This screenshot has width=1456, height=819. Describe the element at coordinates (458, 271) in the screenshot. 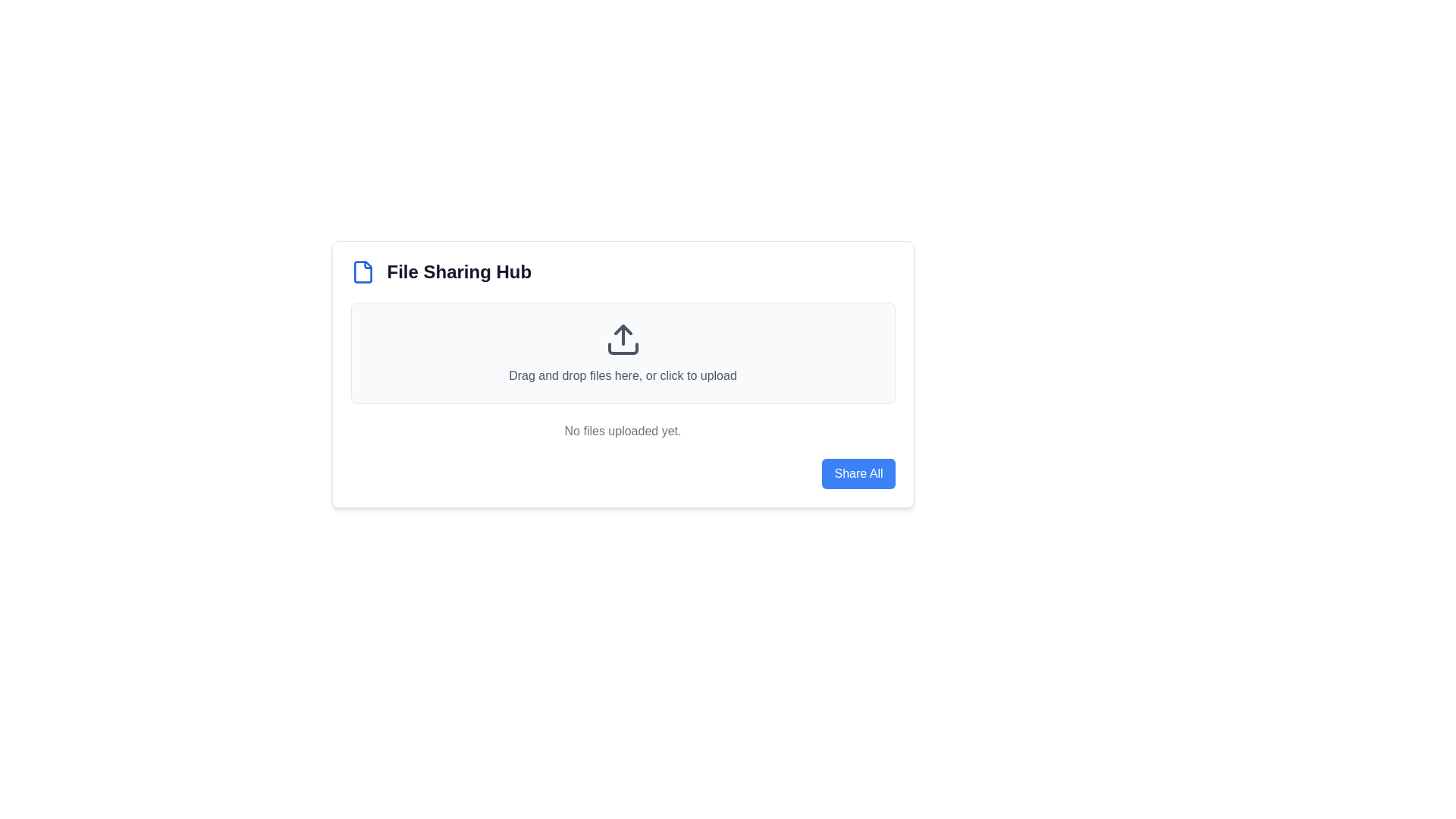

I see `the static text heading that serves as the title for the file-sharing interface, located to the right of a blue file icon at the top center of the page` at that location.